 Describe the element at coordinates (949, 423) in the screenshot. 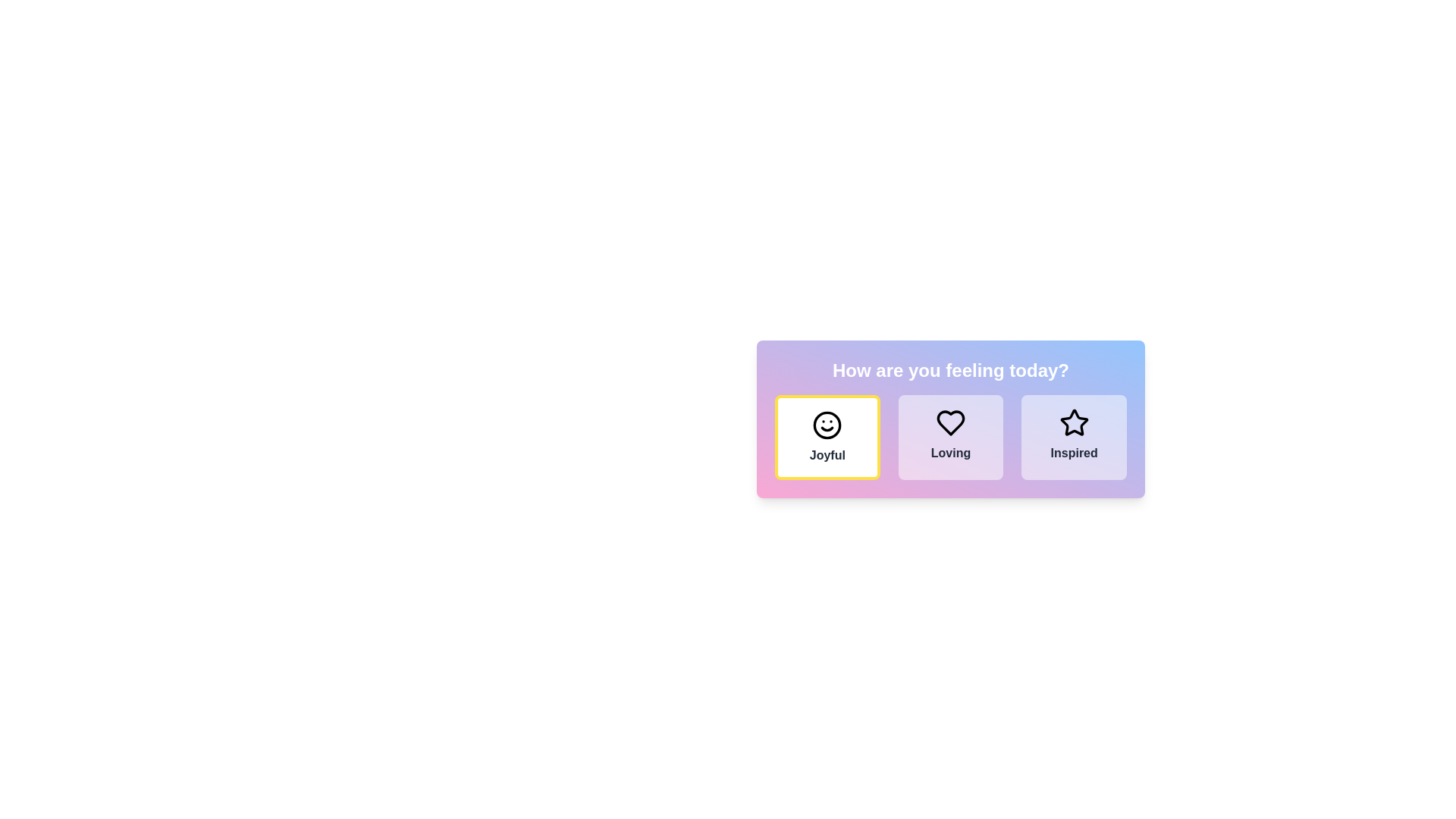

I see `the heart icon, which is styled with a bold outline and hollow interior, located within the 'Loving' button in the row of buttons under the header 'How are you feeling today?'` at that location.